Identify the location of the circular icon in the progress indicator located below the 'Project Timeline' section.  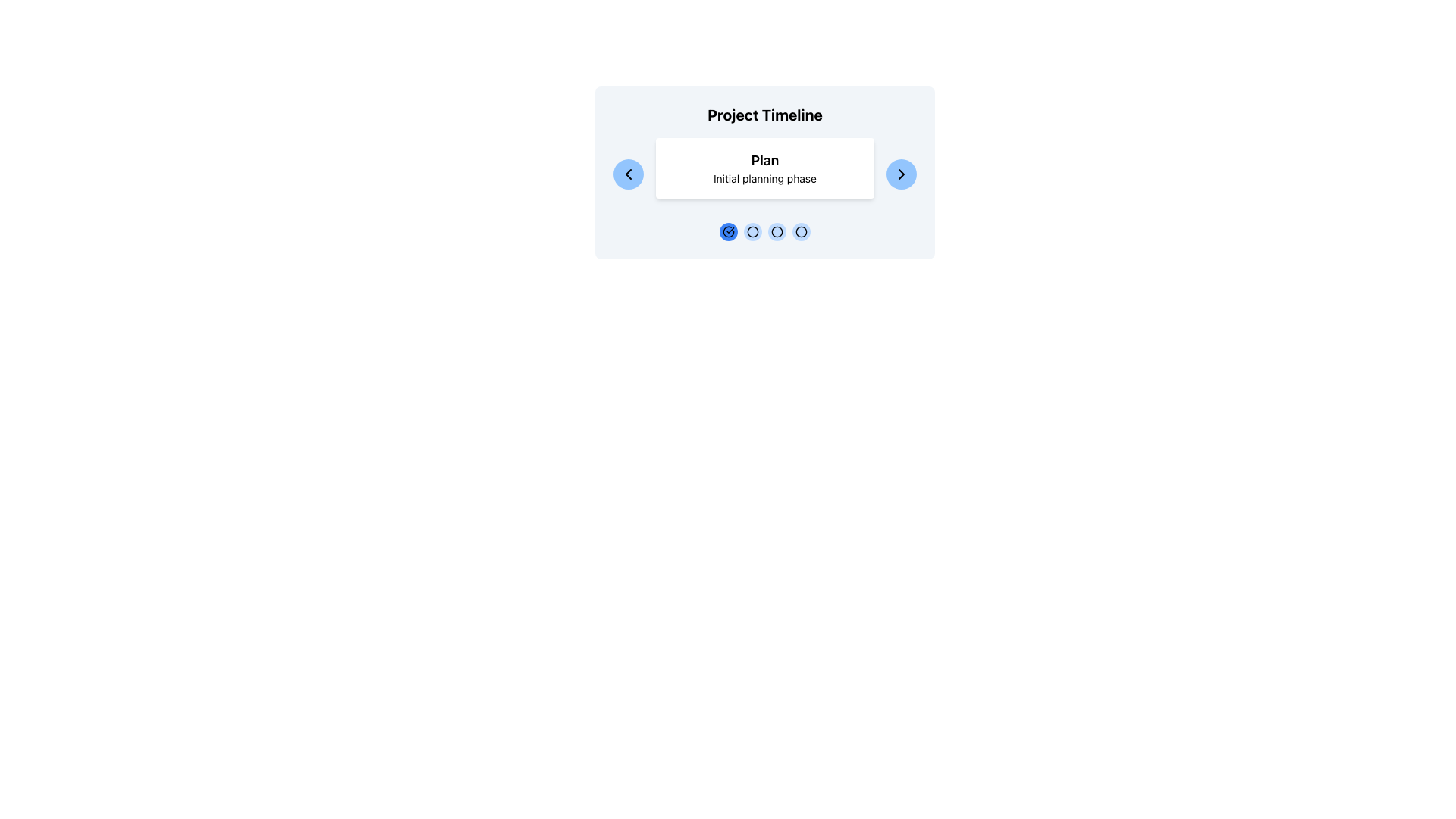
(764, 231).